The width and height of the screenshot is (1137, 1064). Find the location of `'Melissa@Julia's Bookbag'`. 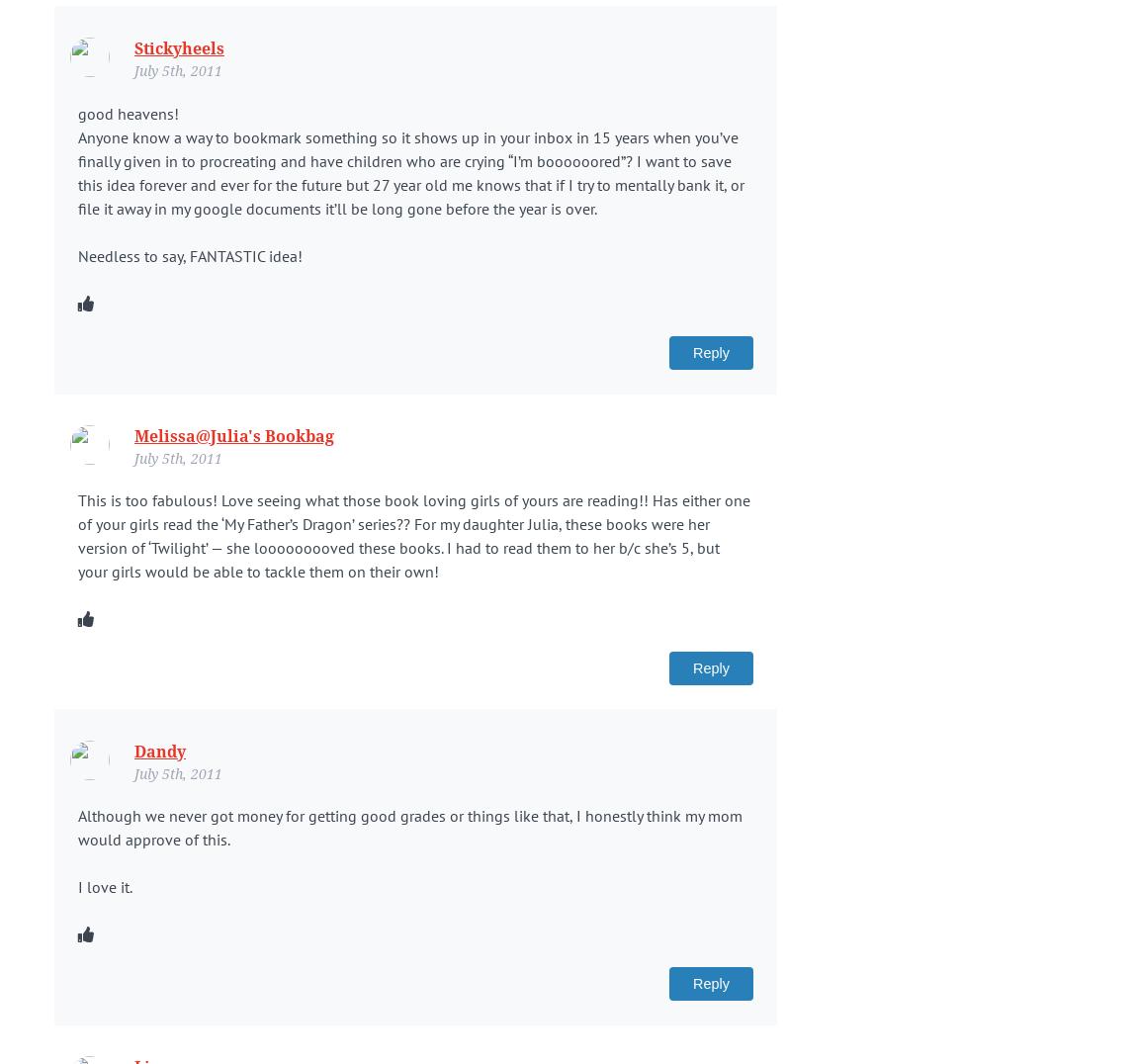

'Melissa@Julia's Bookbag' is located at coordinates (233, 435).